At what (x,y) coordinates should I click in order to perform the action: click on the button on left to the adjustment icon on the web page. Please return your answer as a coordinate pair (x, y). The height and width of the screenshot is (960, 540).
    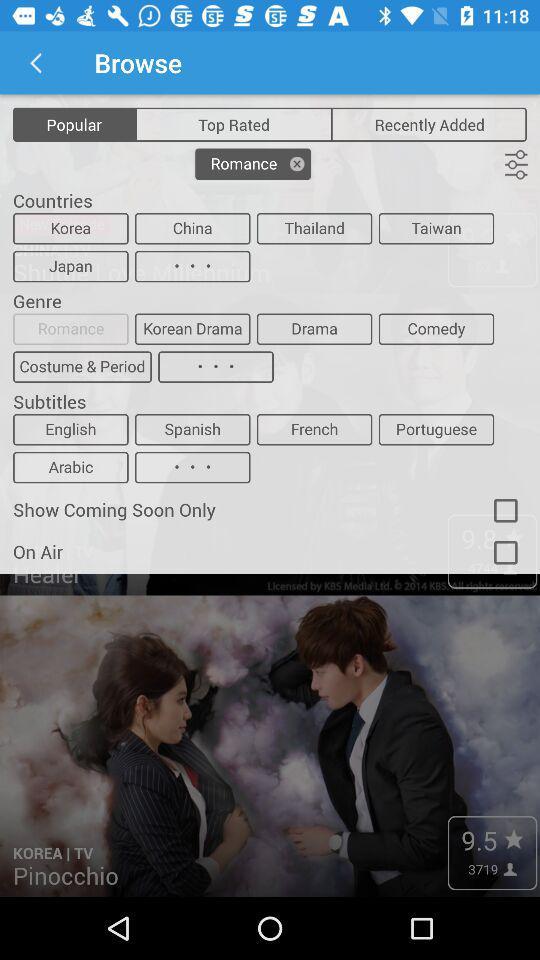
    Looking at the image, I should click on (253, 163).